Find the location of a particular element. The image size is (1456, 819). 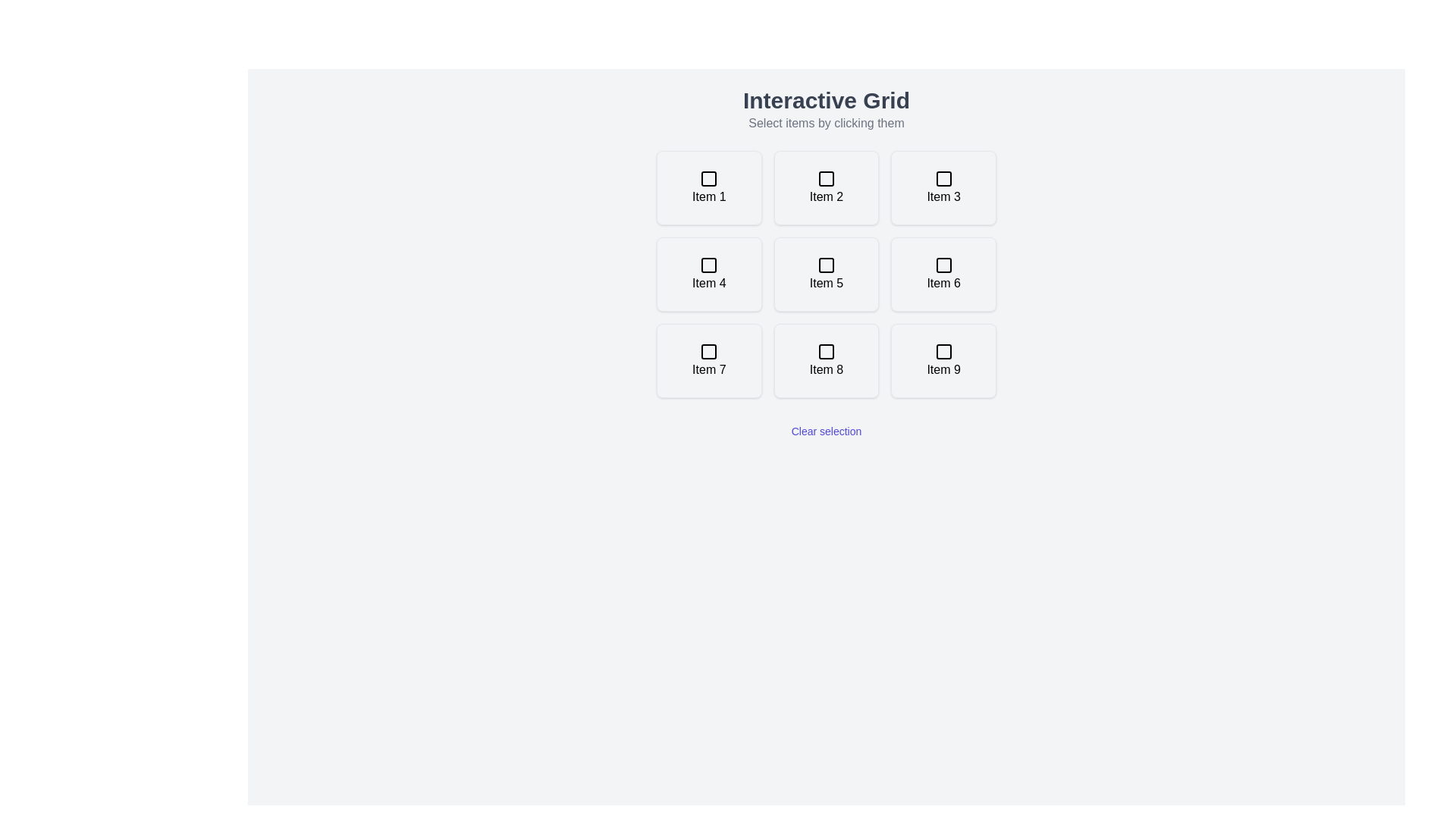

the square icon with rounded corners associated with the label 'Item 6' is located at coordinates (943, 265).